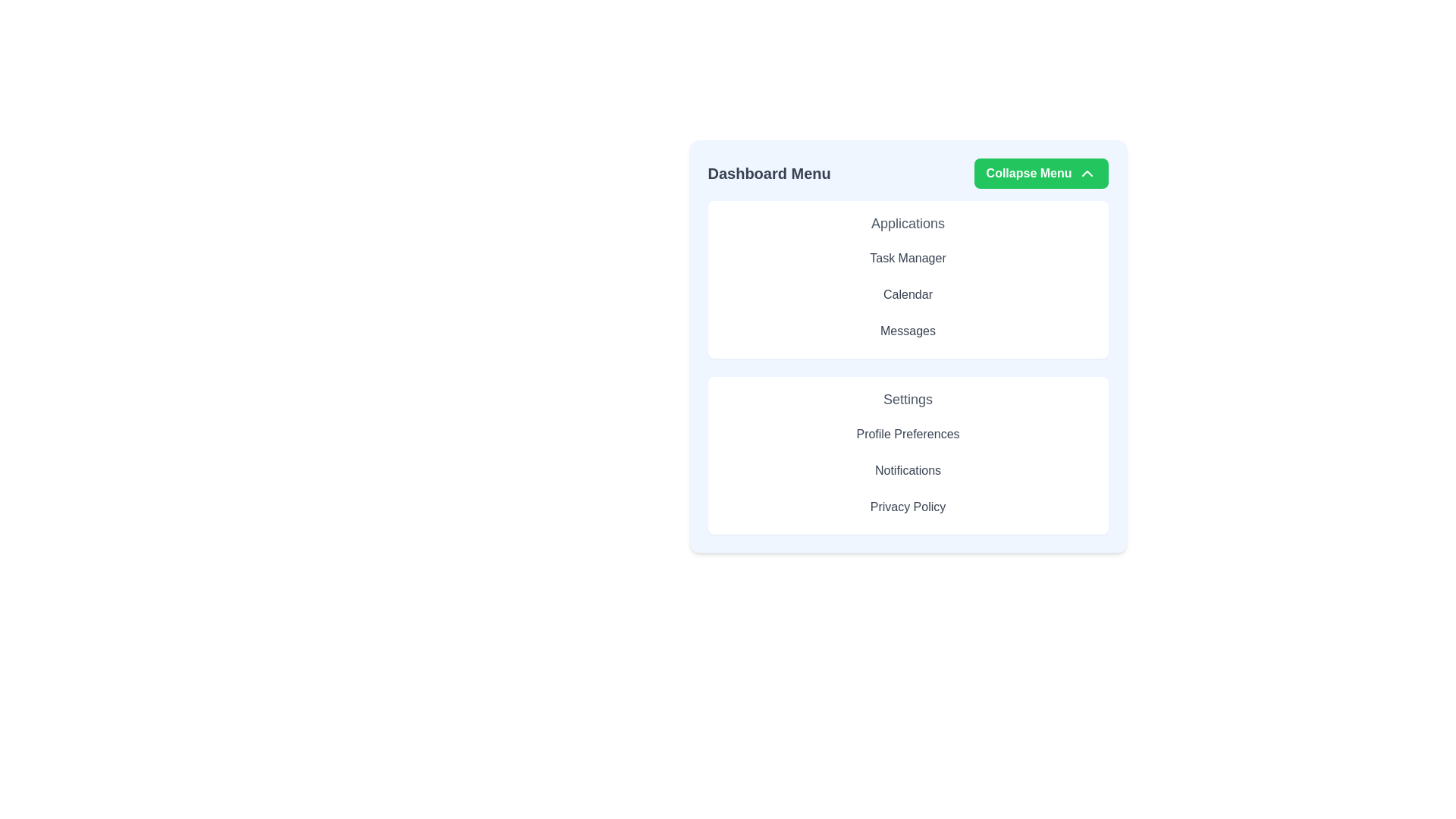 Image resolution: width=1456 pixels, height=819 pixels. I want to click on the text link at the bottom of the Settings section, so click(908, 507).